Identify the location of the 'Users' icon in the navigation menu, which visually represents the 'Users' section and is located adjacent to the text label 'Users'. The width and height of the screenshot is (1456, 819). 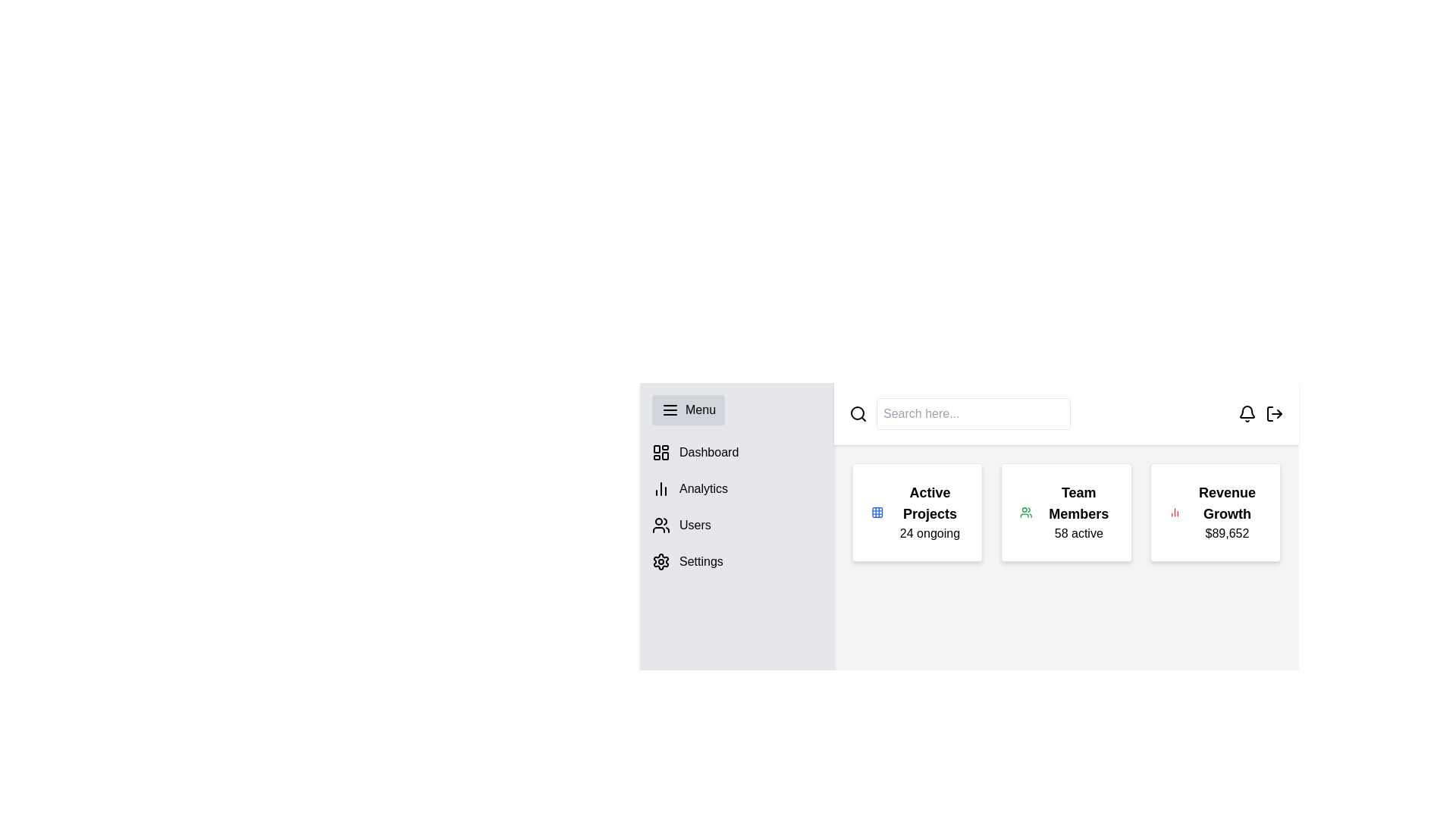
(661, 525).